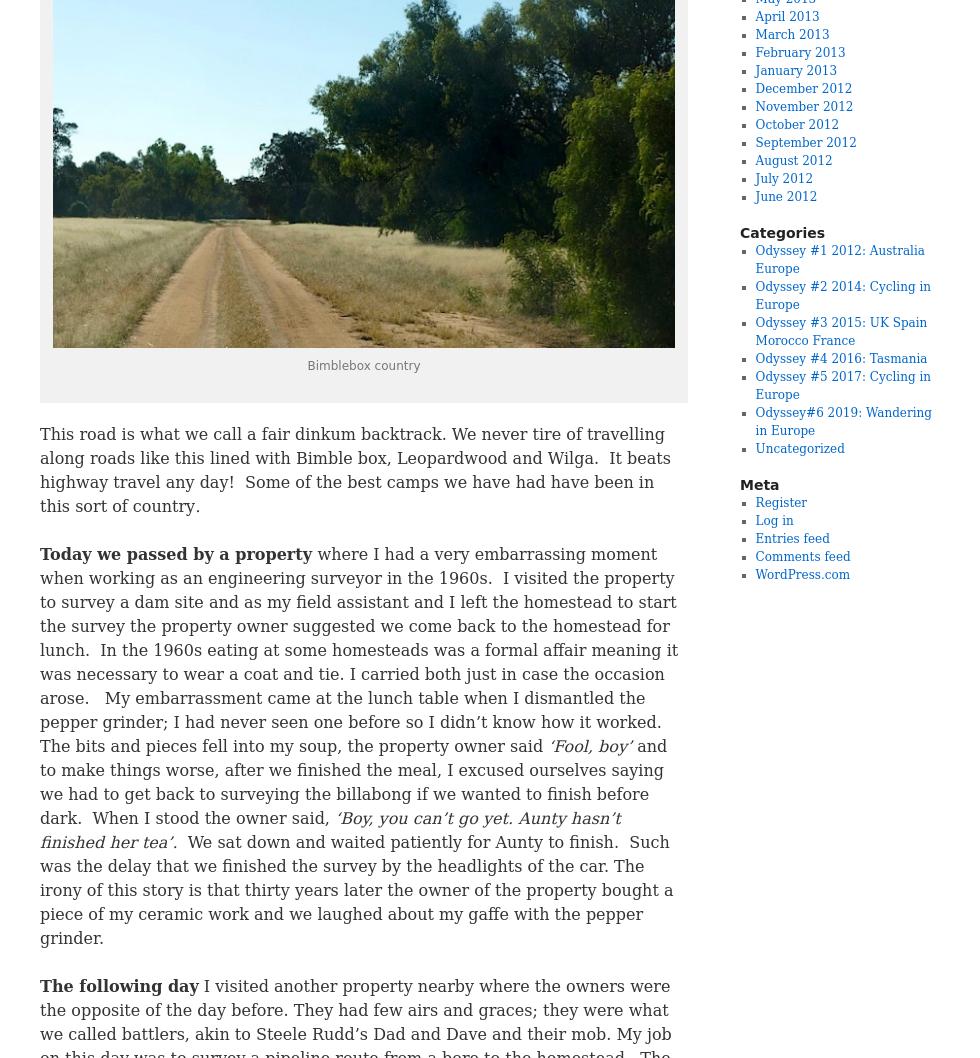  I want to click on 'Categories', so click(782, 232).